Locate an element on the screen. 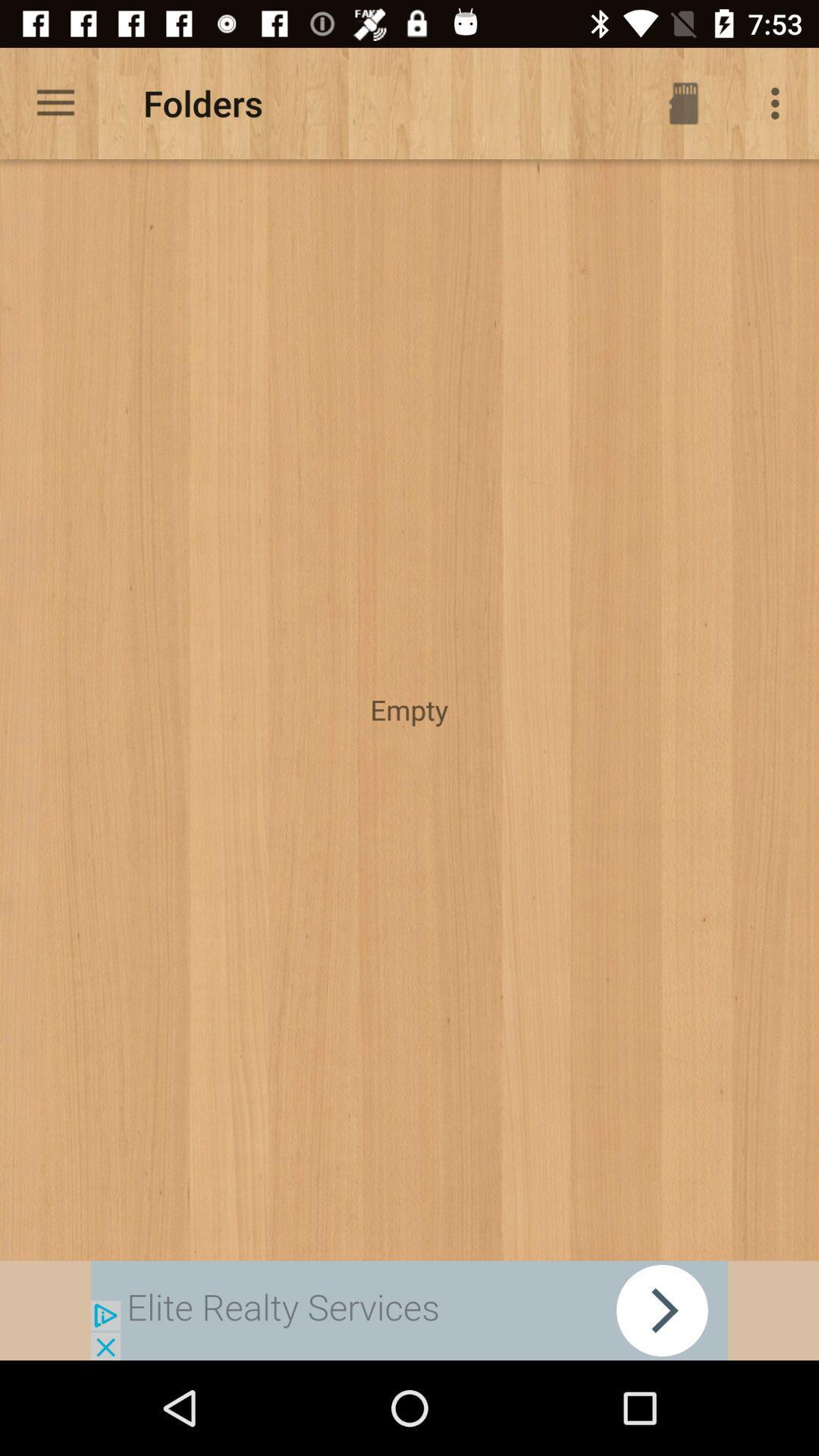 Image resolution: width=819 pixels, height=1456 pixels. see advertisement is located at coordinates (409, 1310).